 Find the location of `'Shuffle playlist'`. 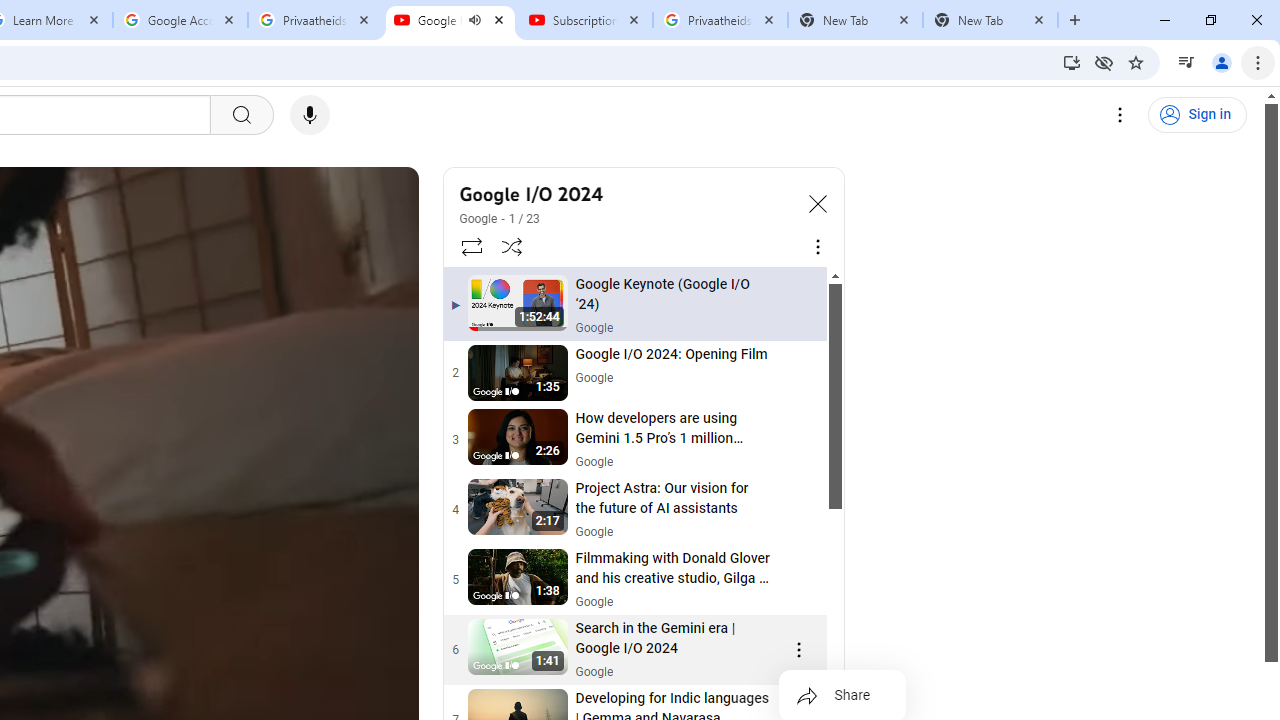

'Shuffle playlist' is located at coordinates (512, 245).